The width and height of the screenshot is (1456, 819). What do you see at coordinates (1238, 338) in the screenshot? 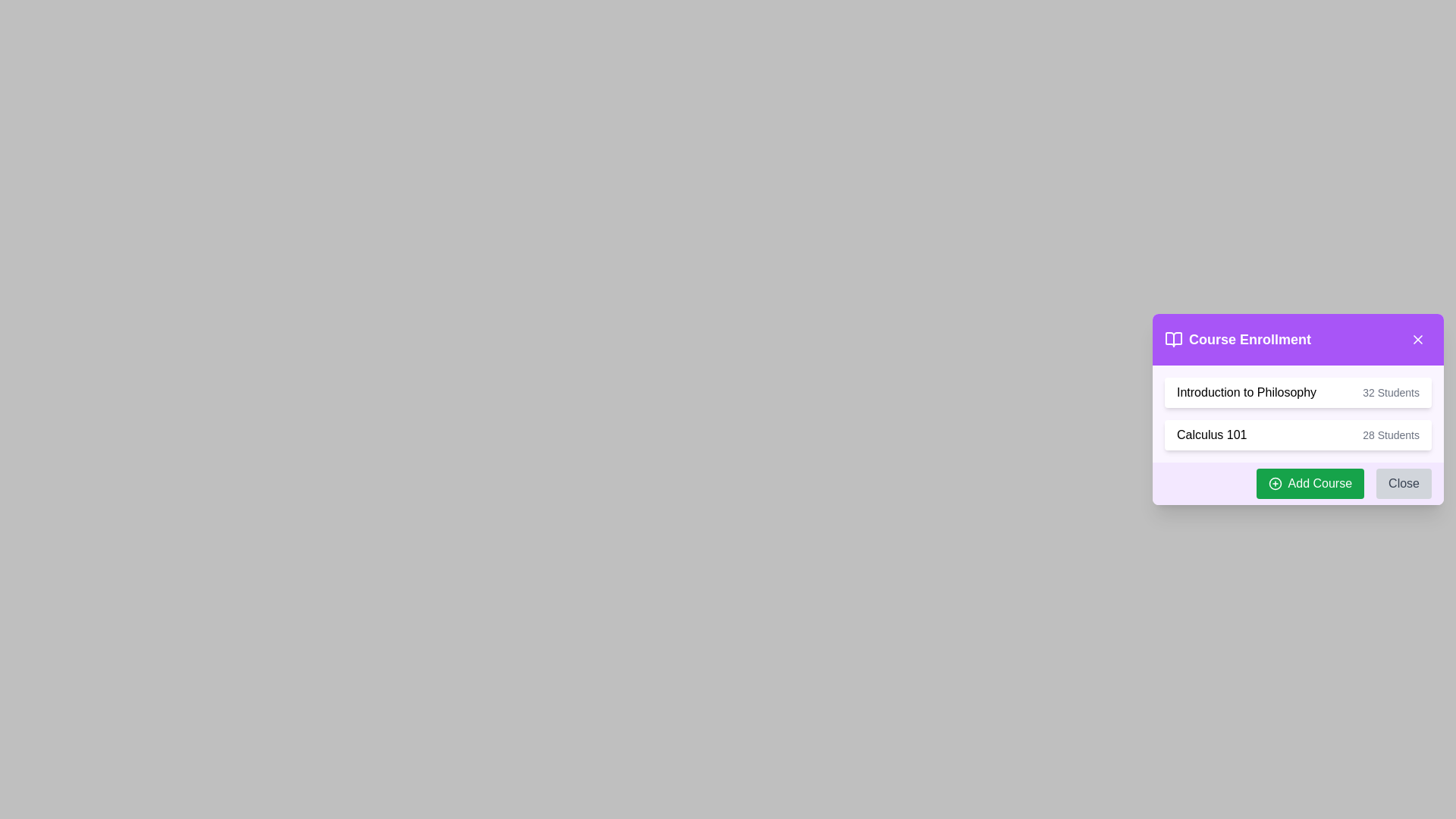
I see `the 'Course Enrollment' text component with an adjacent book icon located in the purple header of the panel` at bounding box center [1238, 338].